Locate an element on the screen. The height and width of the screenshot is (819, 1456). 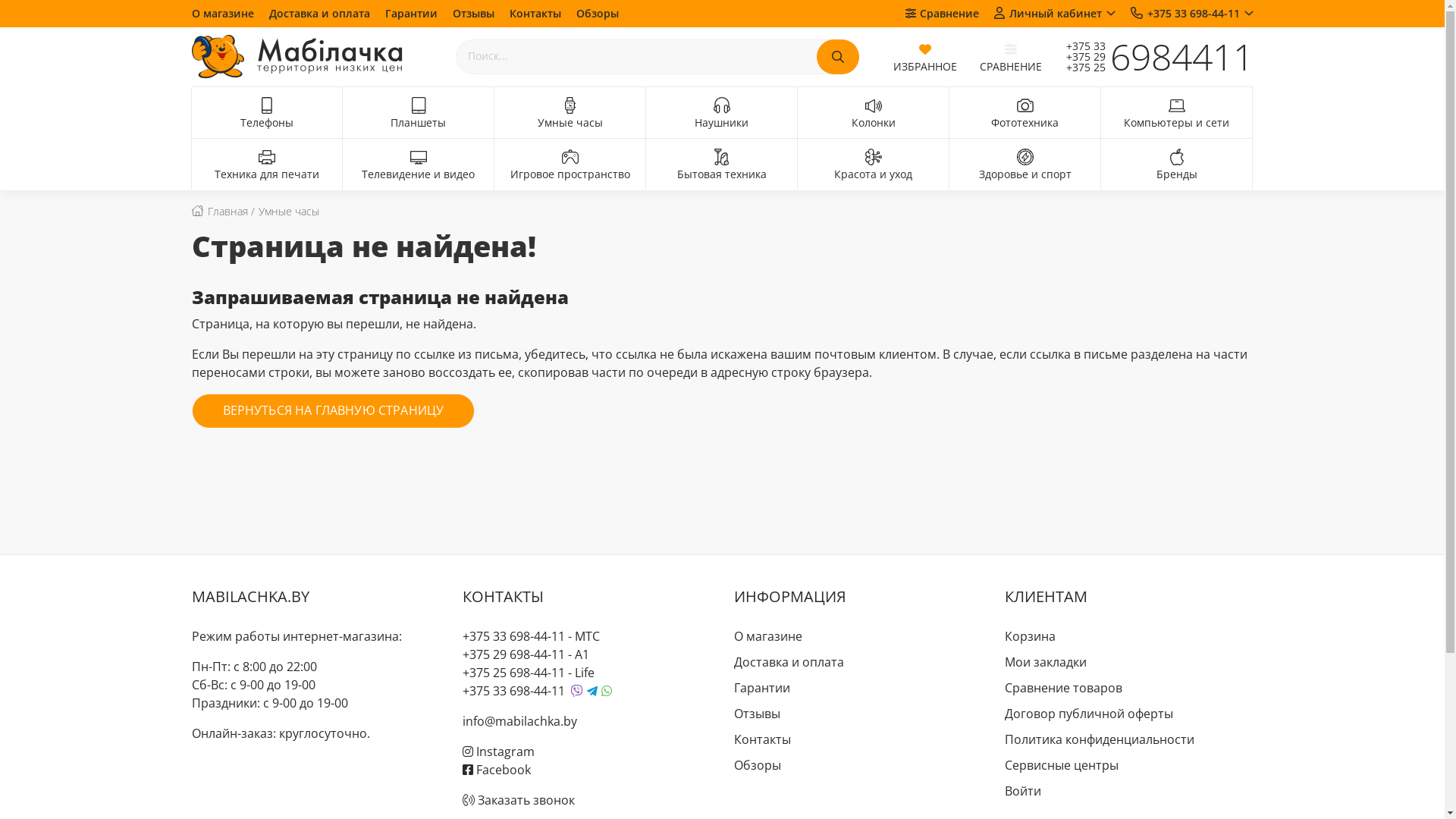
'+375 25 698-44-11' is located at coordinates (513, 672).